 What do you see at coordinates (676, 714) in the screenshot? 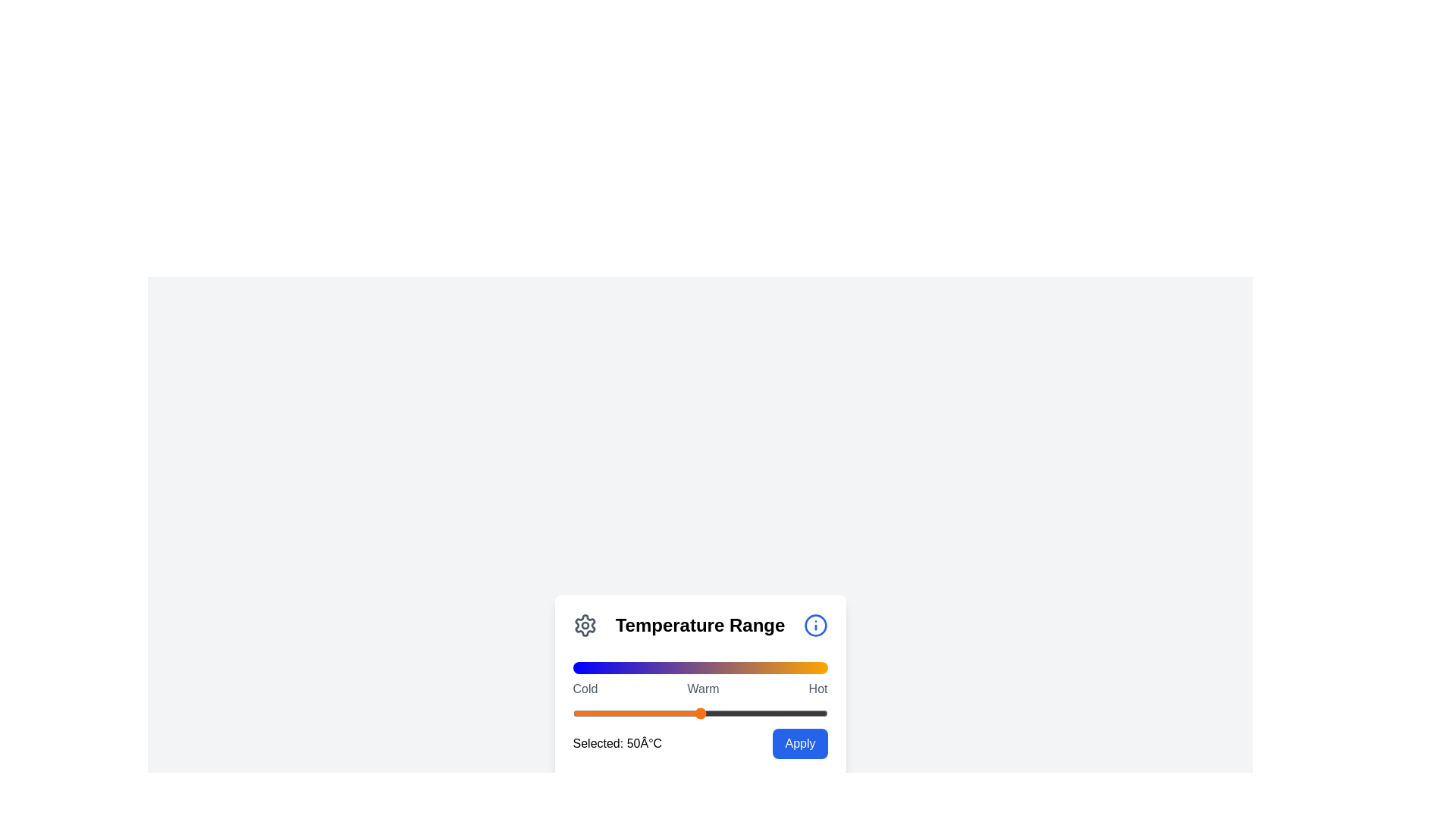
I see `the slider to set the temperature value to 41` at bounding box center [676, 714].